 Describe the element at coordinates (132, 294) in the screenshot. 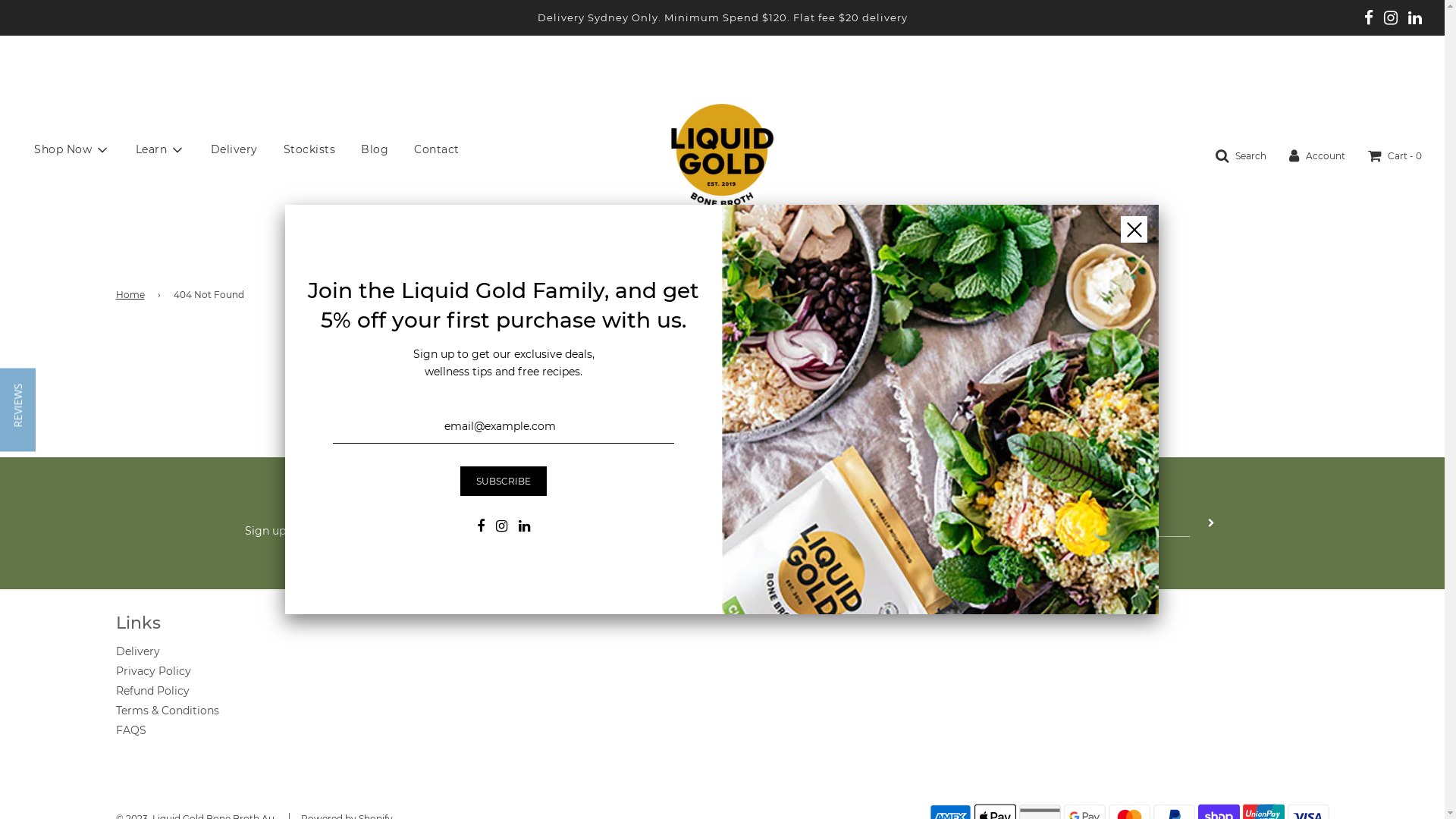

I see `'Home'` at that location.